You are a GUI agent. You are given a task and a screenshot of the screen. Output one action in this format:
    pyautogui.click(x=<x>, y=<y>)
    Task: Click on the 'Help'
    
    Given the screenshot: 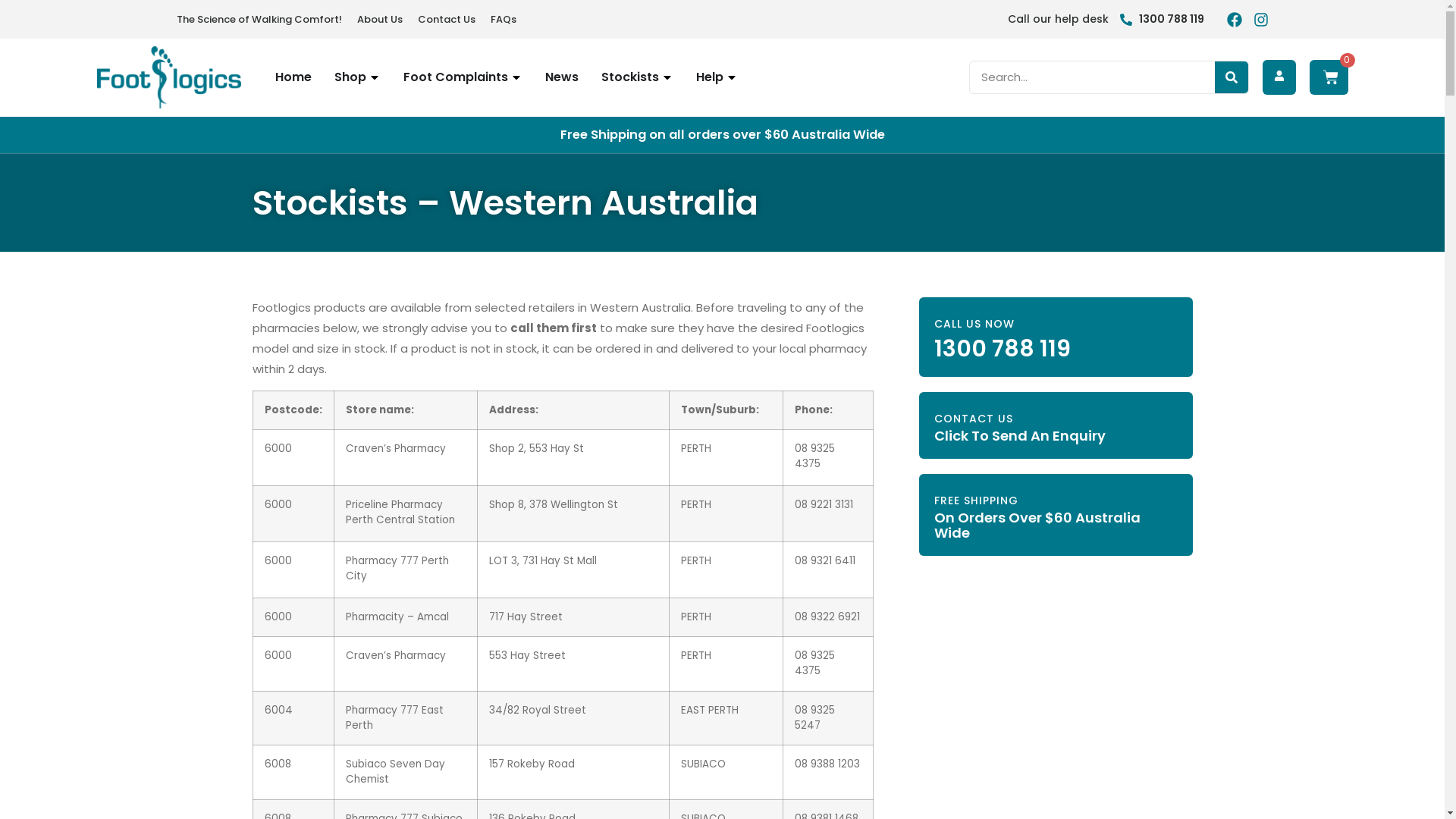 What is the action you would take?
    pyautogui.click(x=695, y=77)
    